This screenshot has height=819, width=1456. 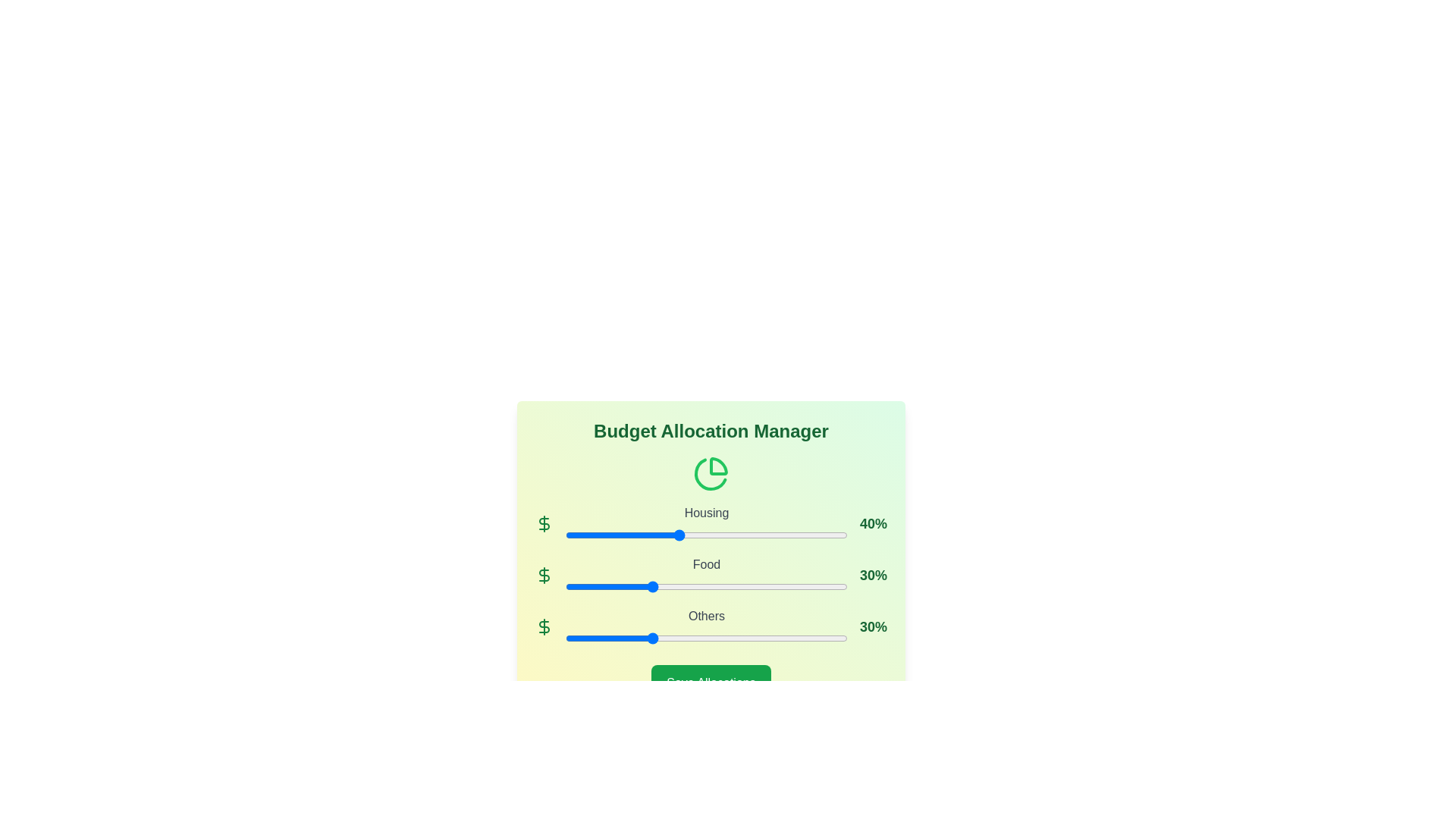 What do you see at coordinates (821, 638) in the screenshot?
I see `the 'Others' slider to 91%` at bounding box center [821, 638].